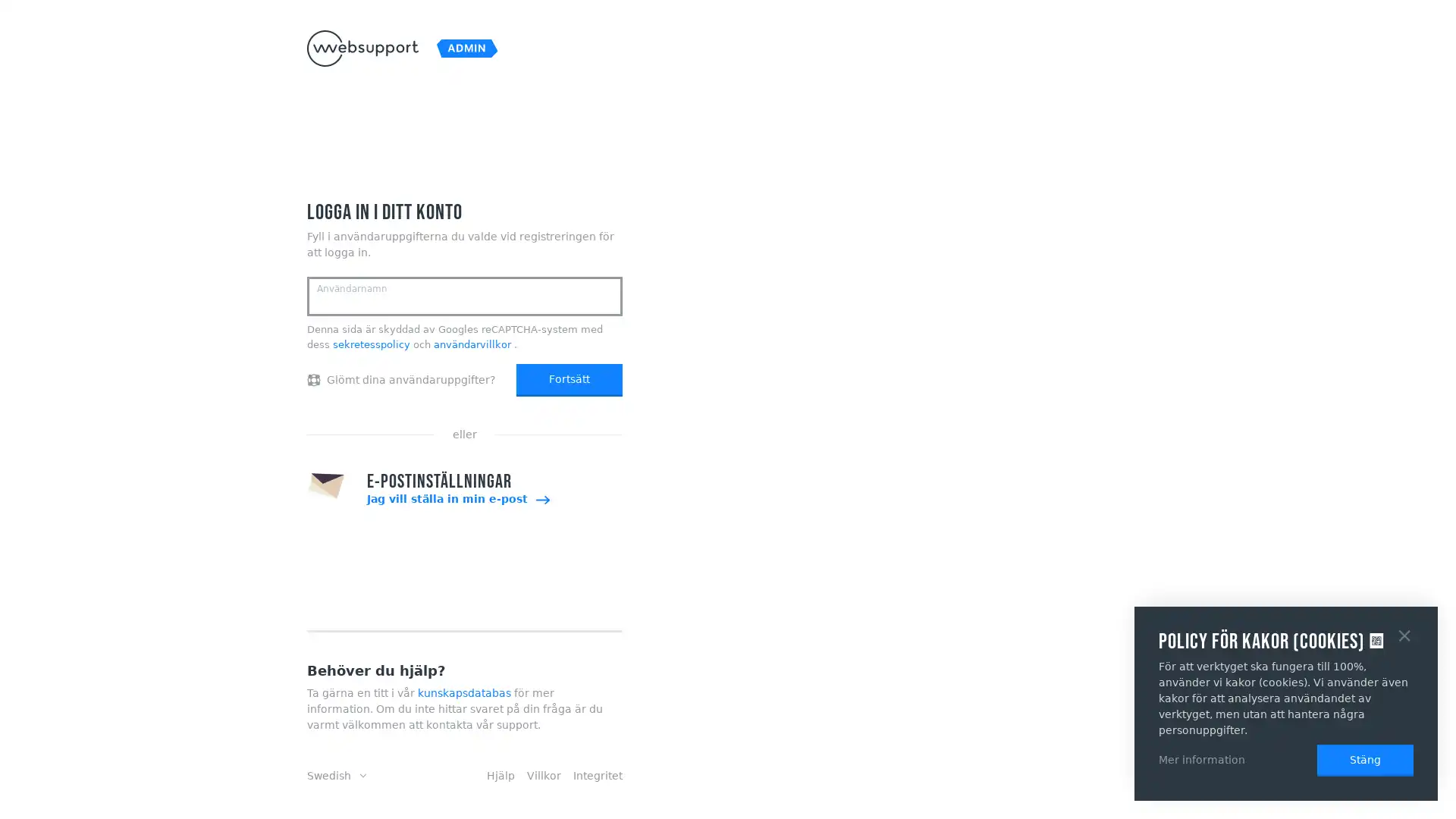  I want to click on Fortsatt, so click(568, 379).